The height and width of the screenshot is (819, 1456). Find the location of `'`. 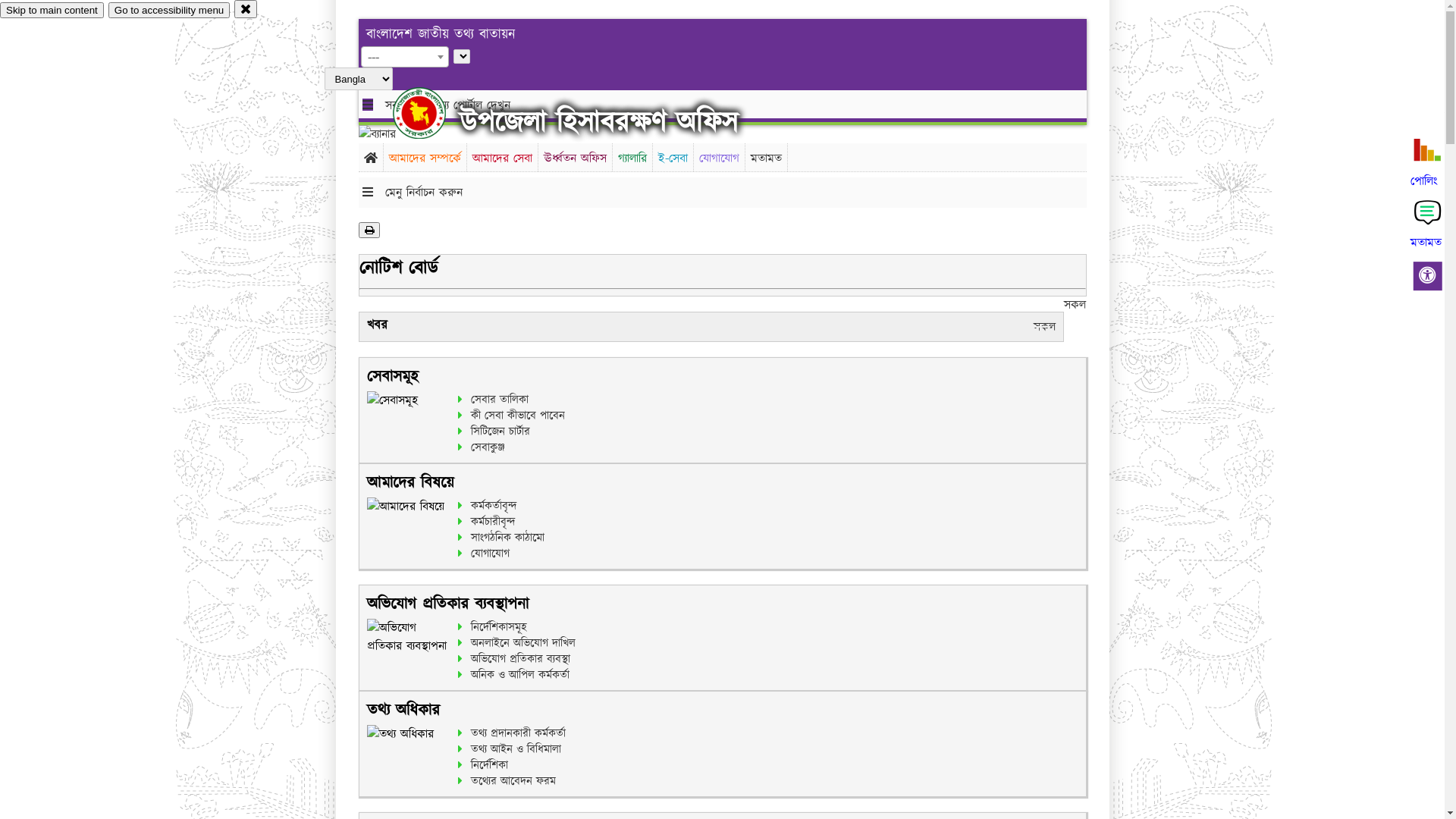

' is located at coordinates (393, 112).